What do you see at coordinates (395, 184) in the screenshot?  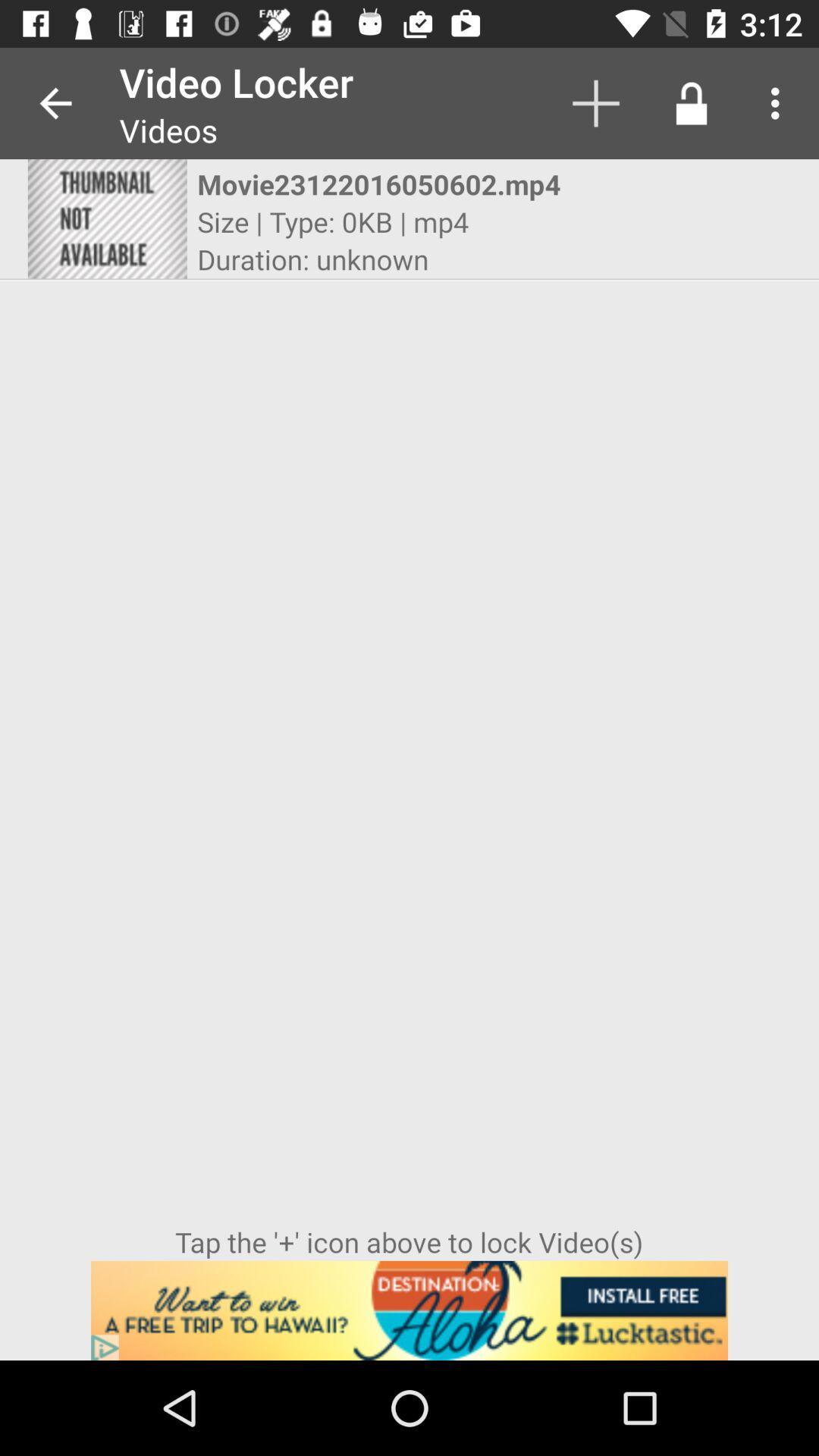 I see `the item below videos app` at bounding box center [395, 184].